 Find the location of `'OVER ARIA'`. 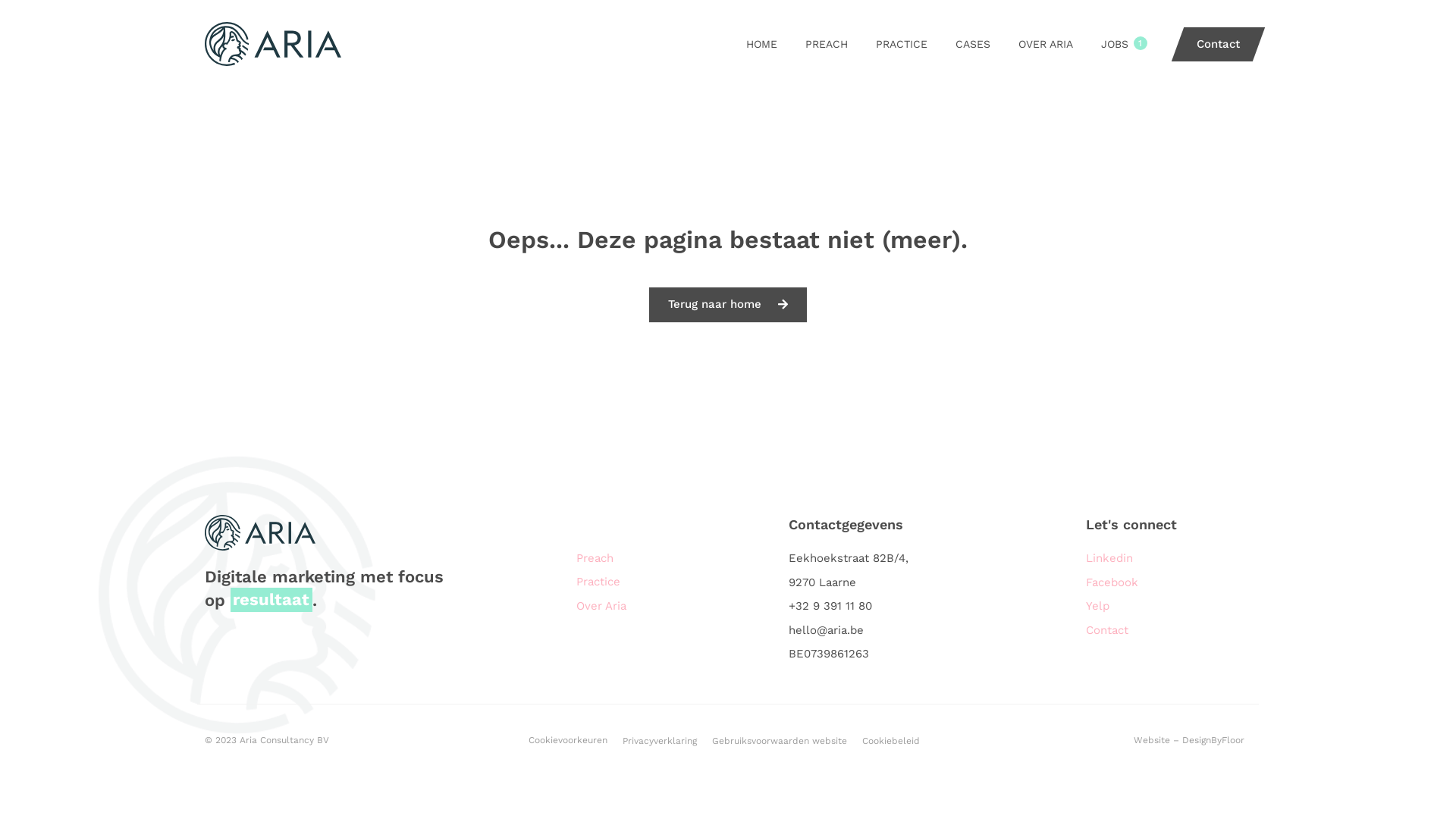

'OVER ARIA' is located at coordinates (1044, 42).